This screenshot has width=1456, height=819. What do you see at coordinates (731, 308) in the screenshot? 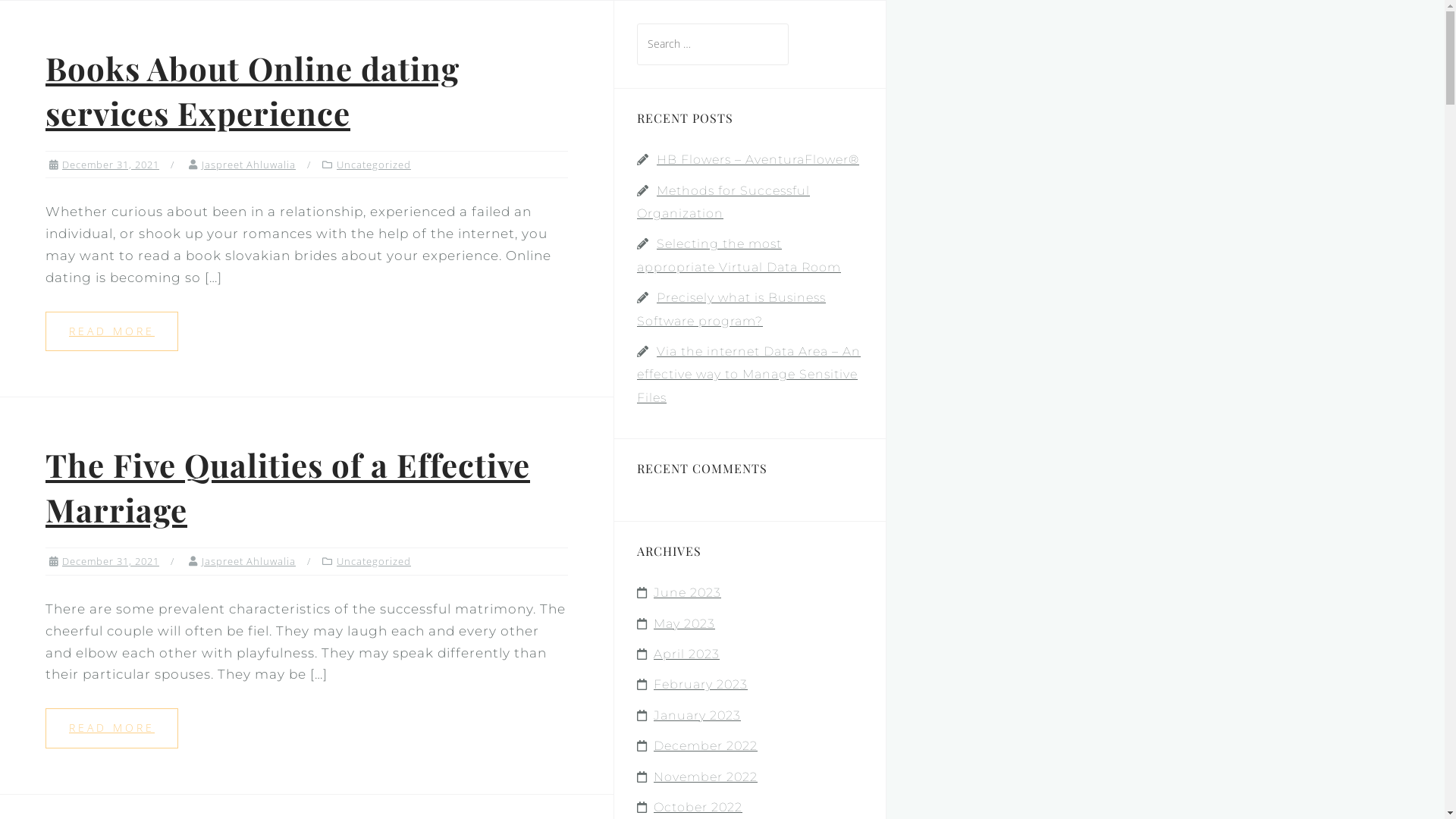
I see `'Precisely what is Business Software program?'` at bounding box center [731, 308].